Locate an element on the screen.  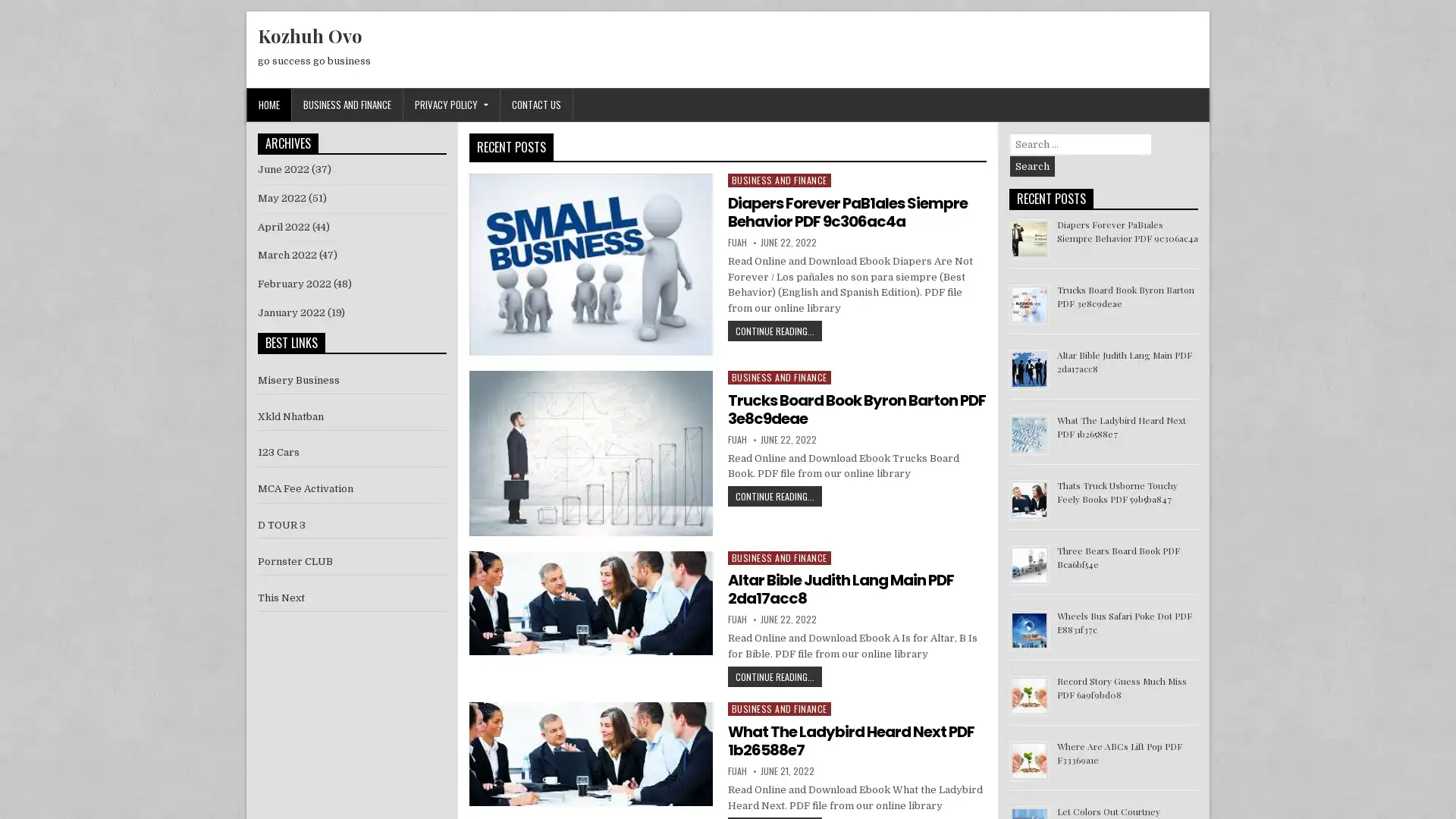
Search is located at coordinates (1031, 166).